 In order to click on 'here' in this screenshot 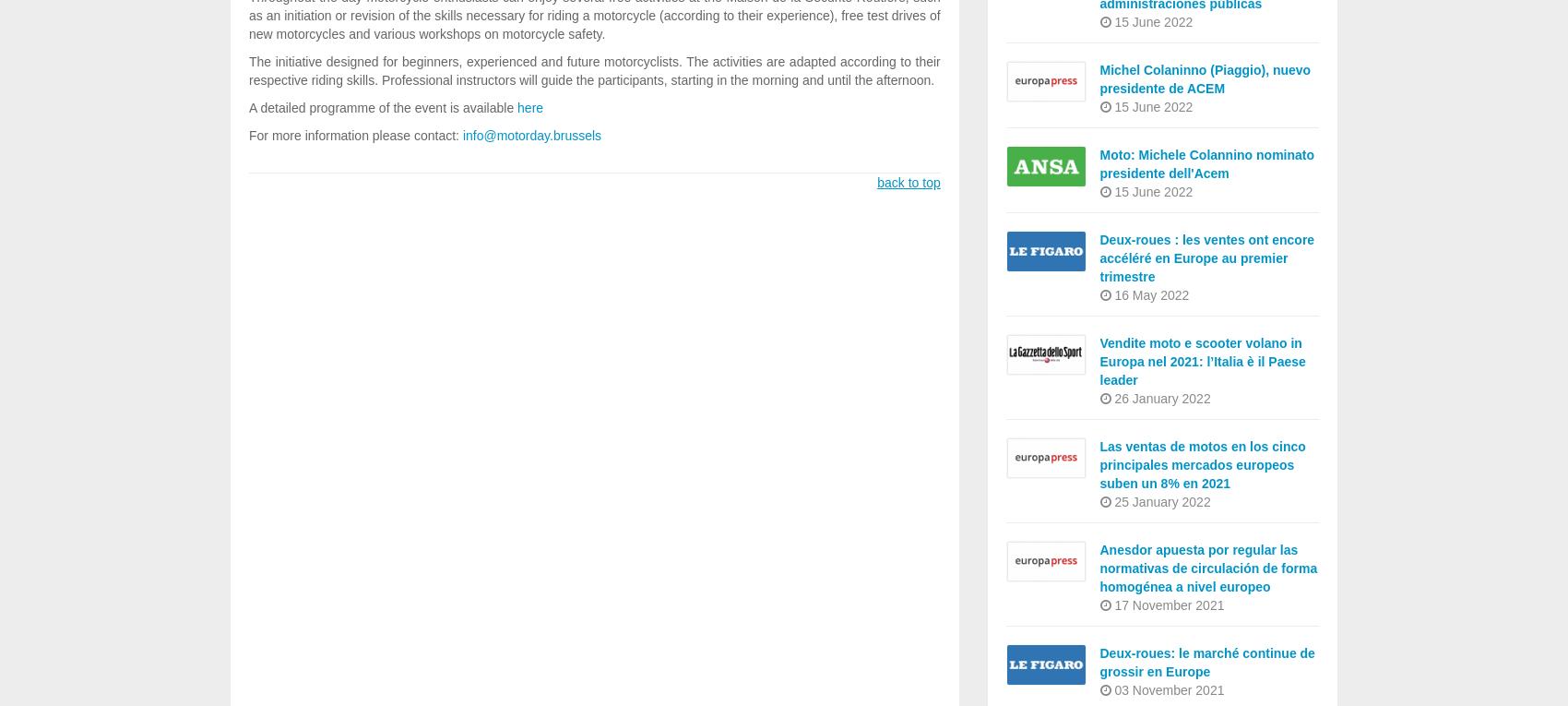, I will do `click(529, 106)`.